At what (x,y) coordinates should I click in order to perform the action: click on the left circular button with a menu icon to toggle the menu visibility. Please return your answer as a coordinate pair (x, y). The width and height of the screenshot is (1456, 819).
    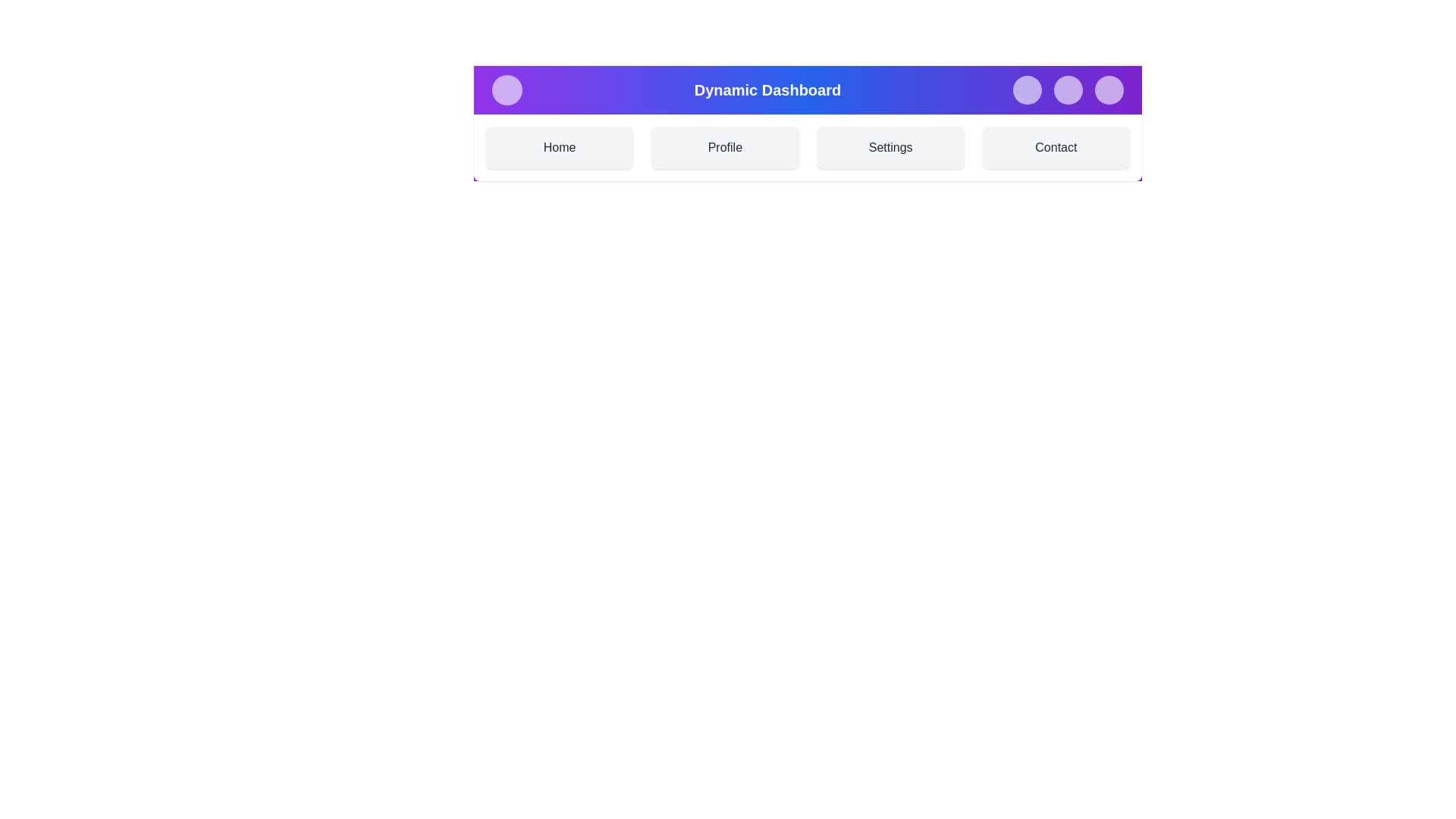
    Looking at the image, I should click on (507, 90).